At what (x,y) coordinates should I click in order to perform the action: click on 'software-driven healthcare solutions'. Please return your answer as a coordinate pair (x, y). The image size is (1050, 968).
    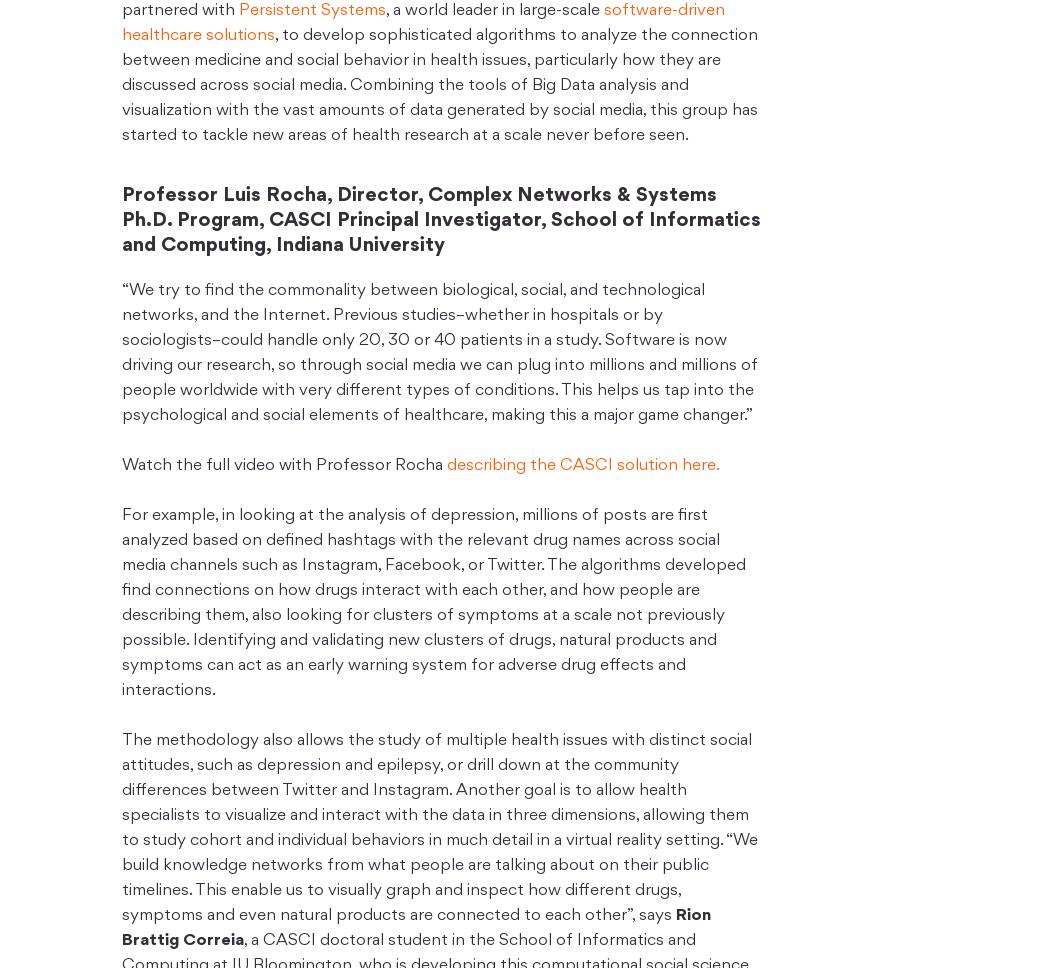
    Looking at the image, I should click on (422, 23).